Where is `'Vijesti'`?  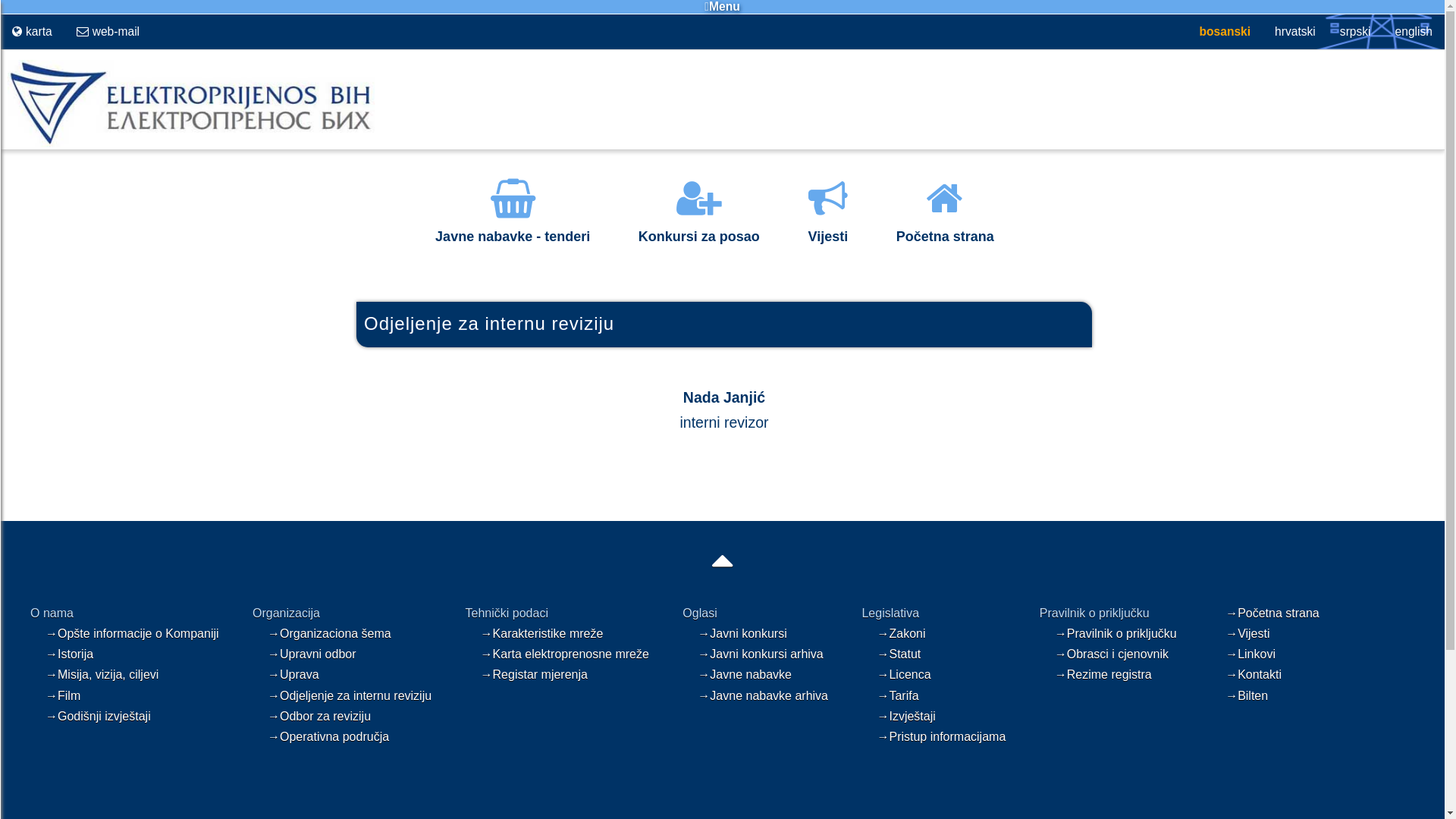 'Vijesti' is located at coordinates (827, 225).